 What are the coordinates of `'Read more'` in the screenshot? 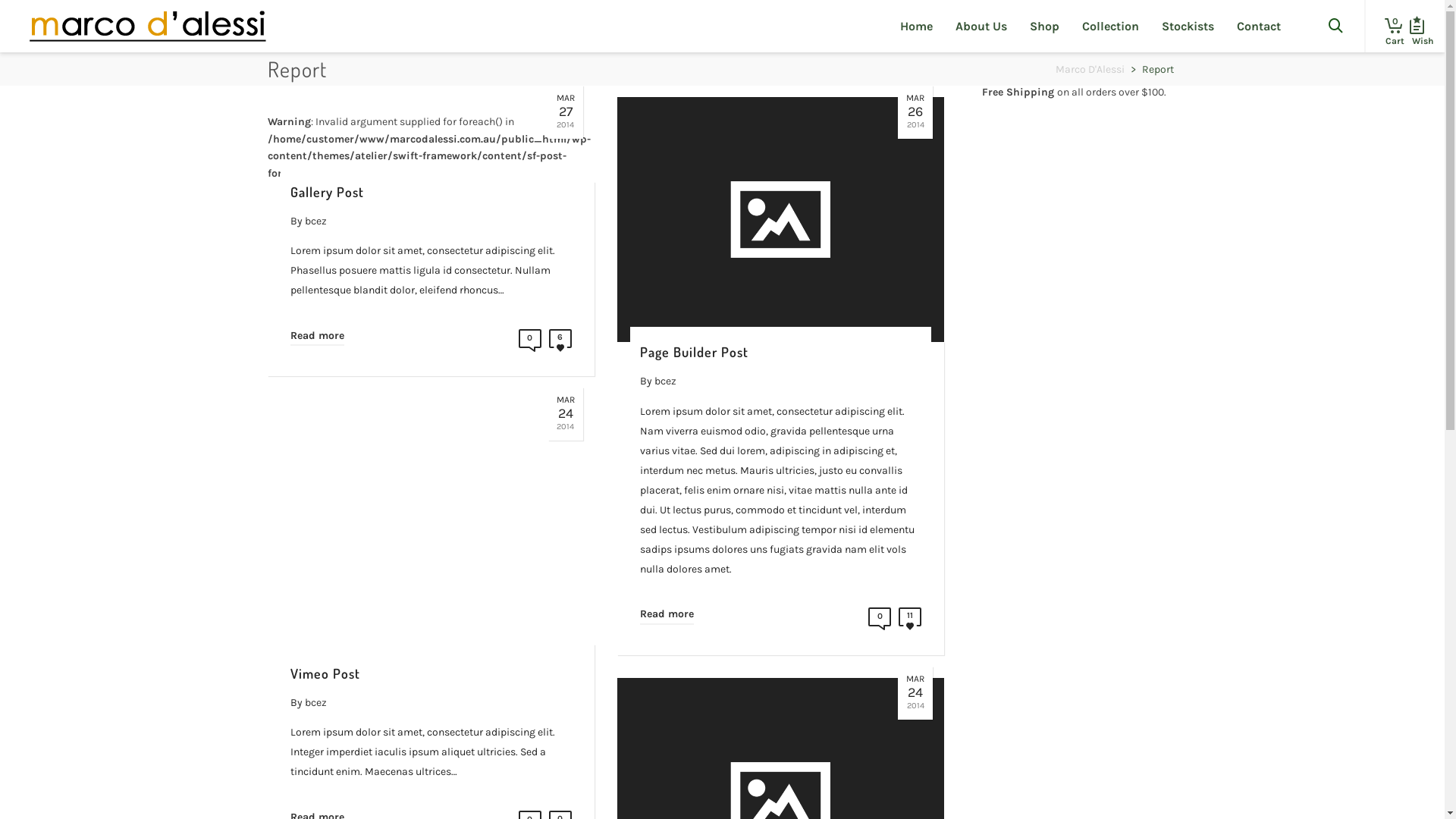 It's located at (315, 332).